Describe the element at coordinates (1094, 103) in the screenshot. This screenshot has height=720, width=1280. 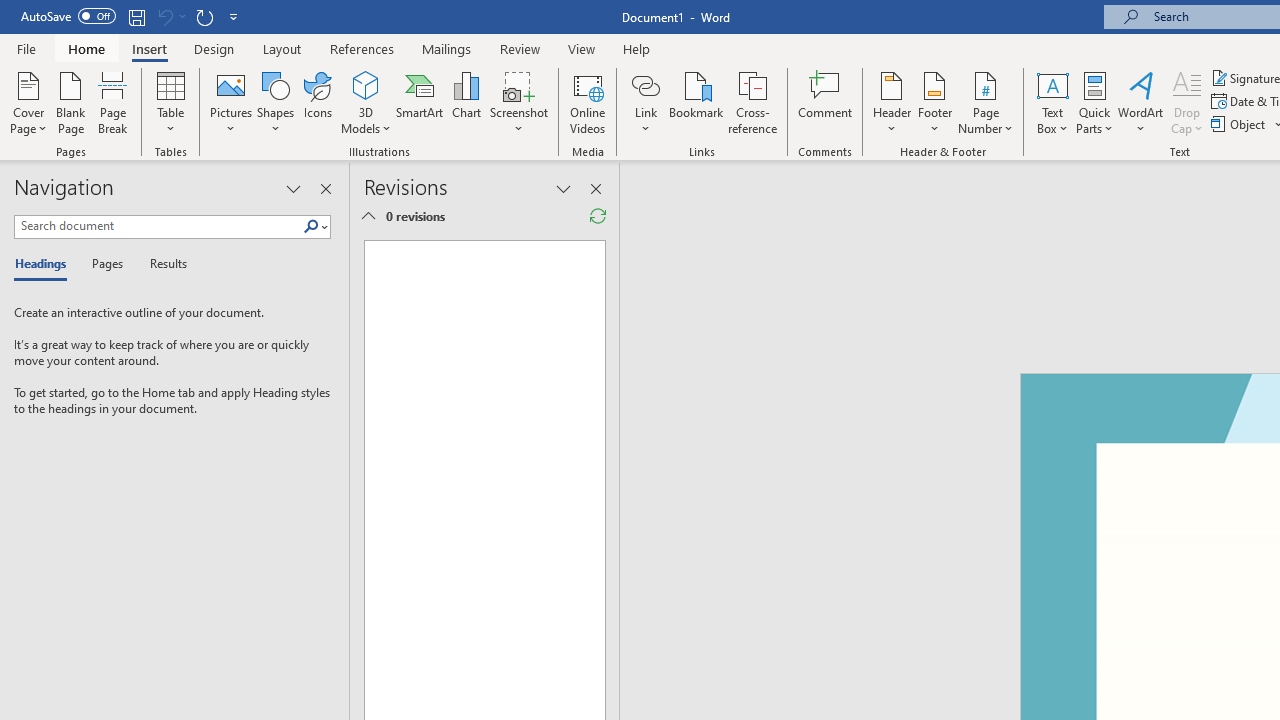
I see `'Quick Parts'` at that location.